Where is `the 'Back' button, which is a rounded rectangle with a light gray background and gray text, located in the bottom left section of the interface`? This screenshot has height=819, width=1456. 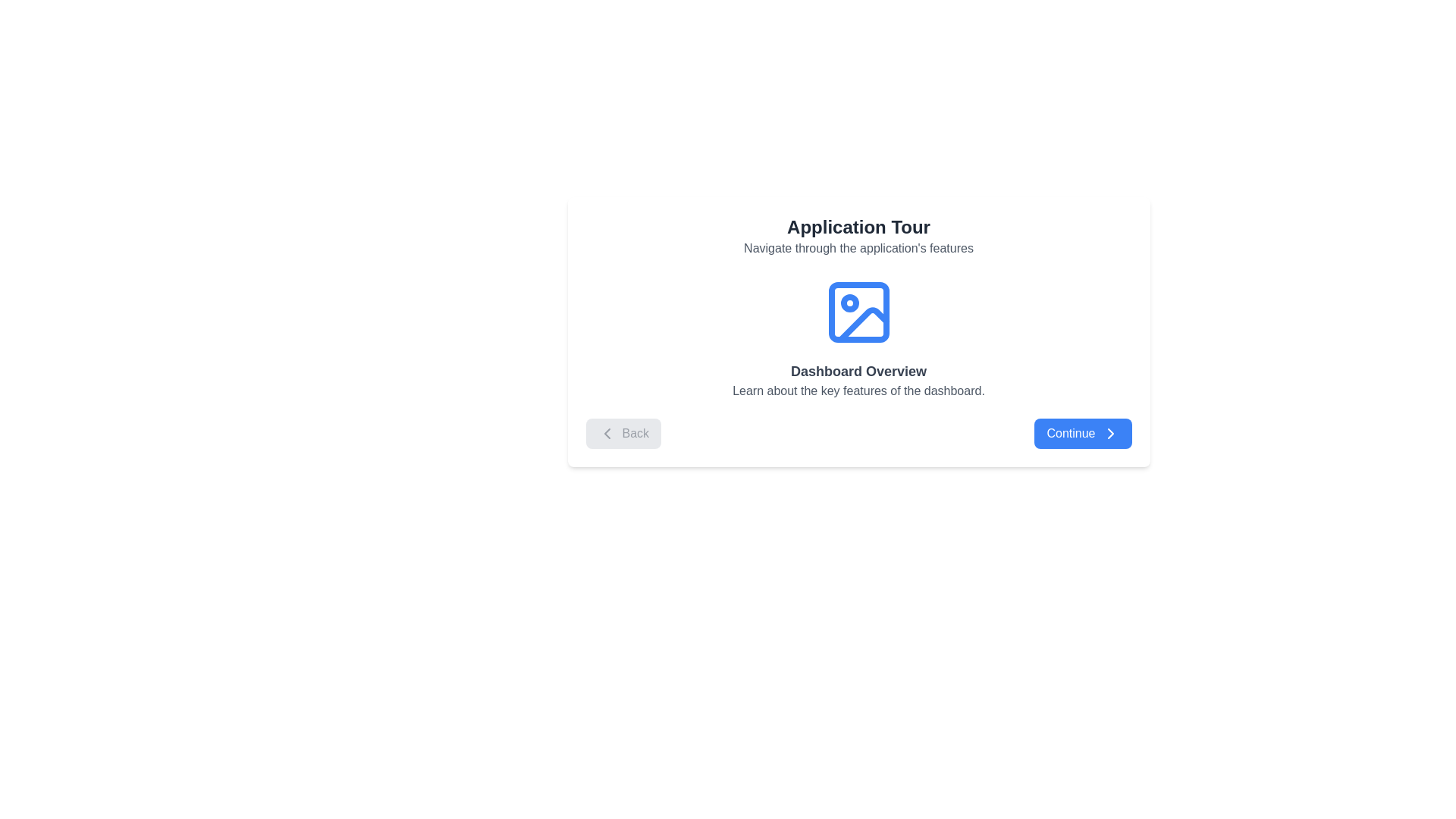
the 'Back' button, which is a rounded rectangle with a light gray background and gray text, located in the bottom left section of the interface is located at coordinates (623, 433).